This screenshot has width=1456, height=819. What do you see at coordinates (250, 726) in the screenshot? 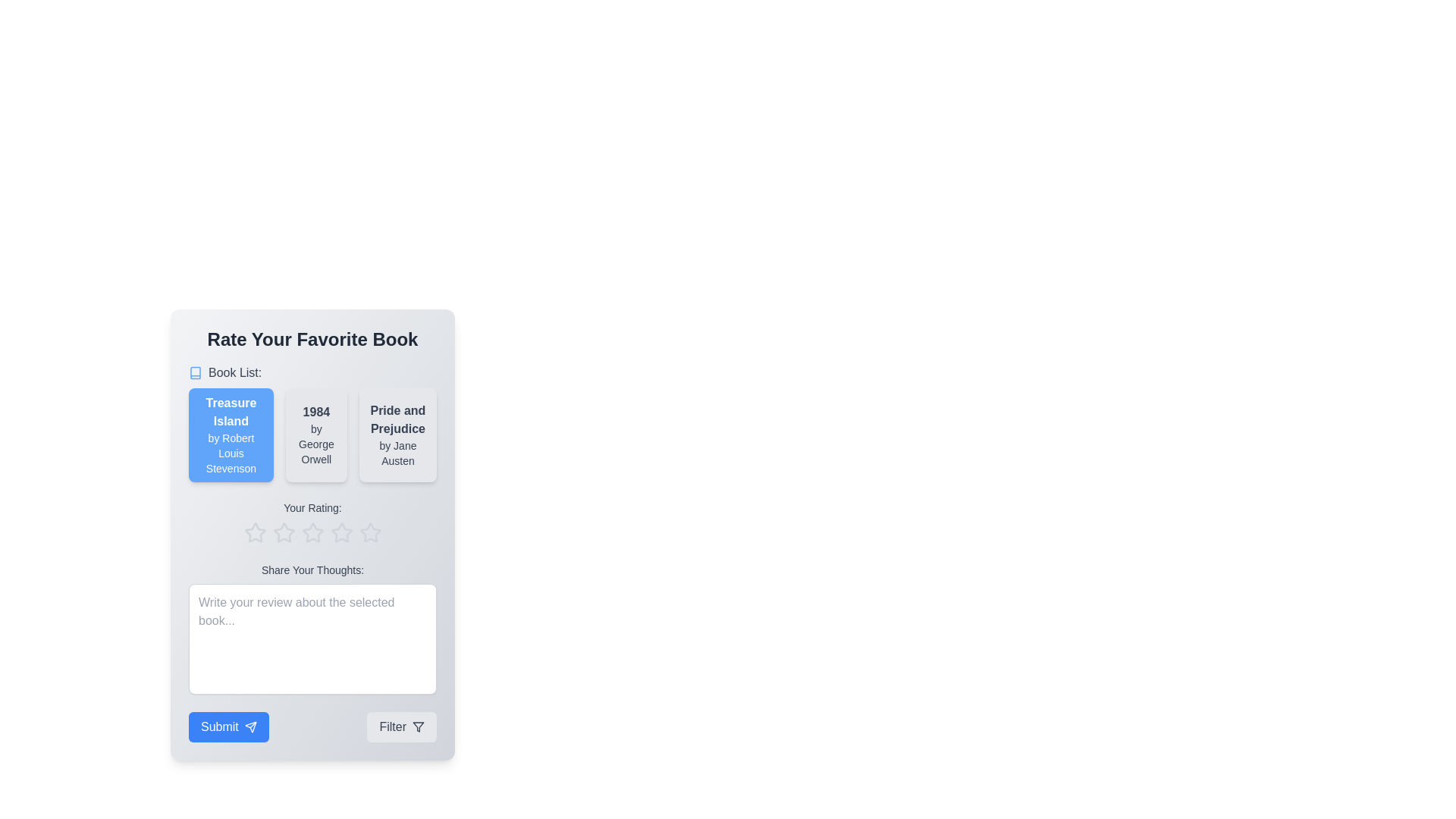
I see `the small, triangular blue icon resembling a paper plane located within the 'Submit' button at the bottom-left corner of the interface` at bounding box center [250, 726].